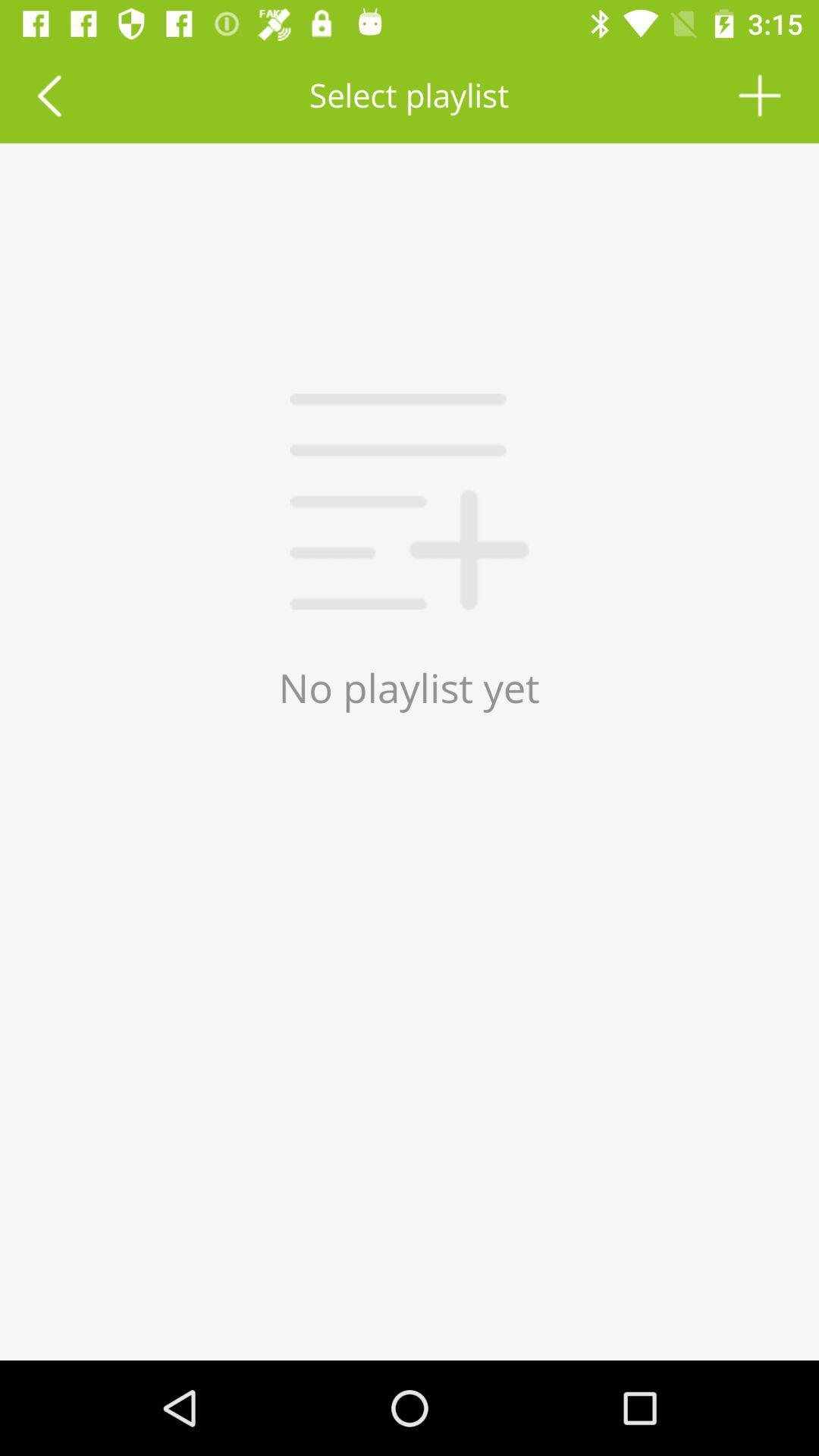 This screenshot has height=1456, width=819. What do you see at coordinates (760, 94) in the screenshot?
I see `icon at the top right corner` at bounding box center [760, 94].